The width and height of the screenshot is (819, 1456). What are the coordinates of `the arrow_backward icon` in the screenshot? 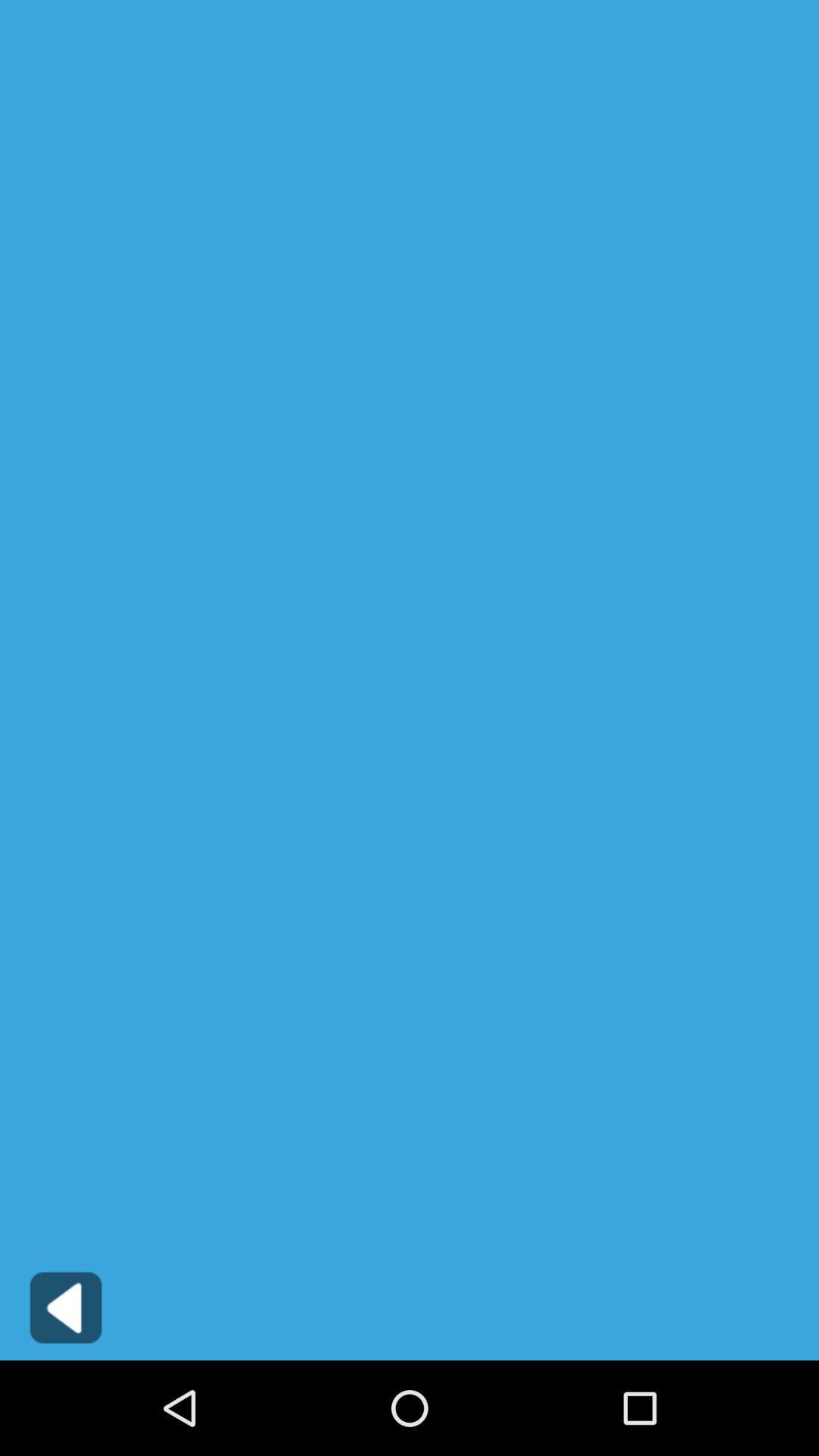 It's located at (65, 1398).